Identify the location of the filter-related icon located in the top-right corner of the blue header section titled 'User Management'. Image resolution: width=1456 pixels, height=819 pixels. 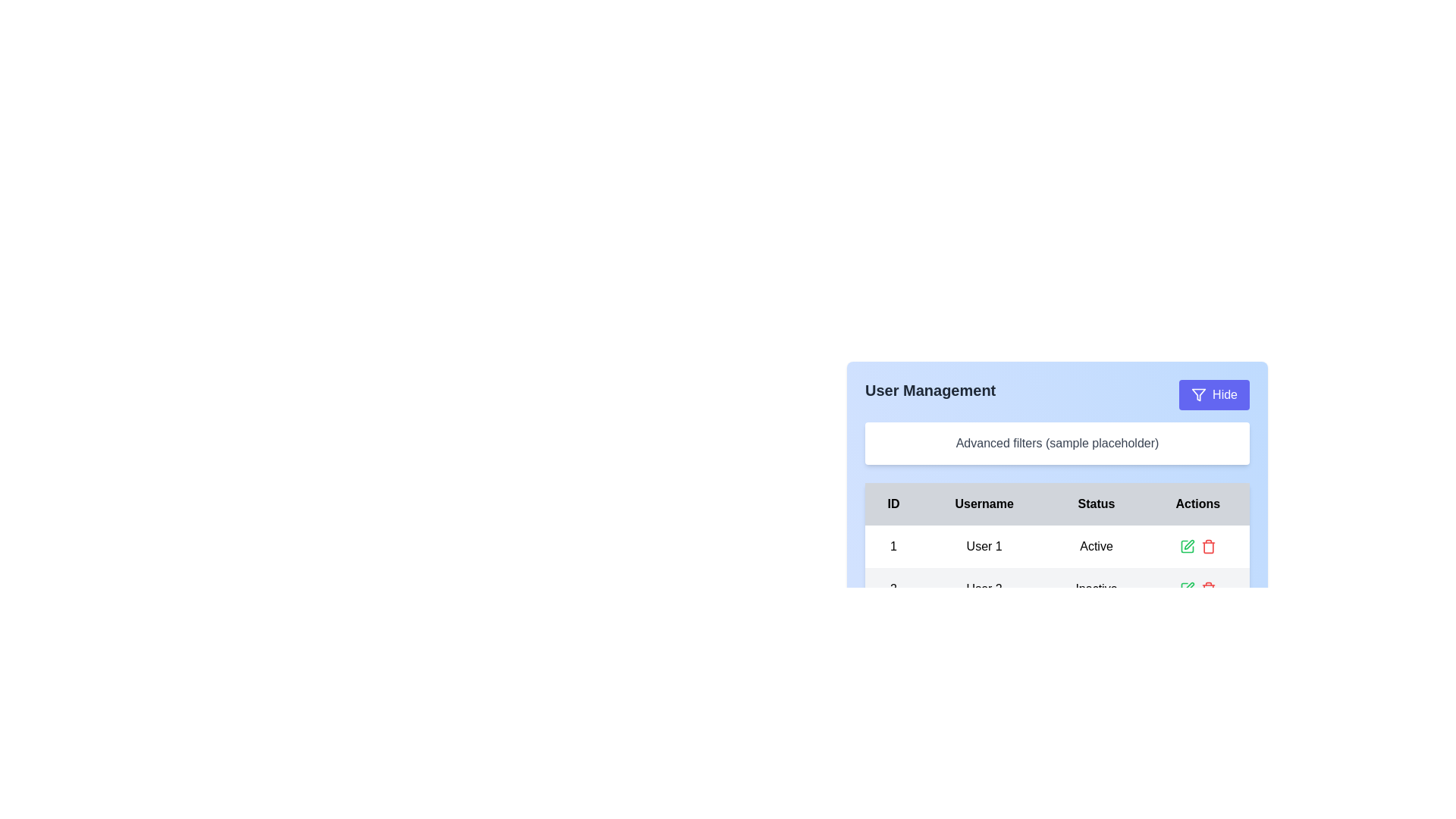
(1198, 394).